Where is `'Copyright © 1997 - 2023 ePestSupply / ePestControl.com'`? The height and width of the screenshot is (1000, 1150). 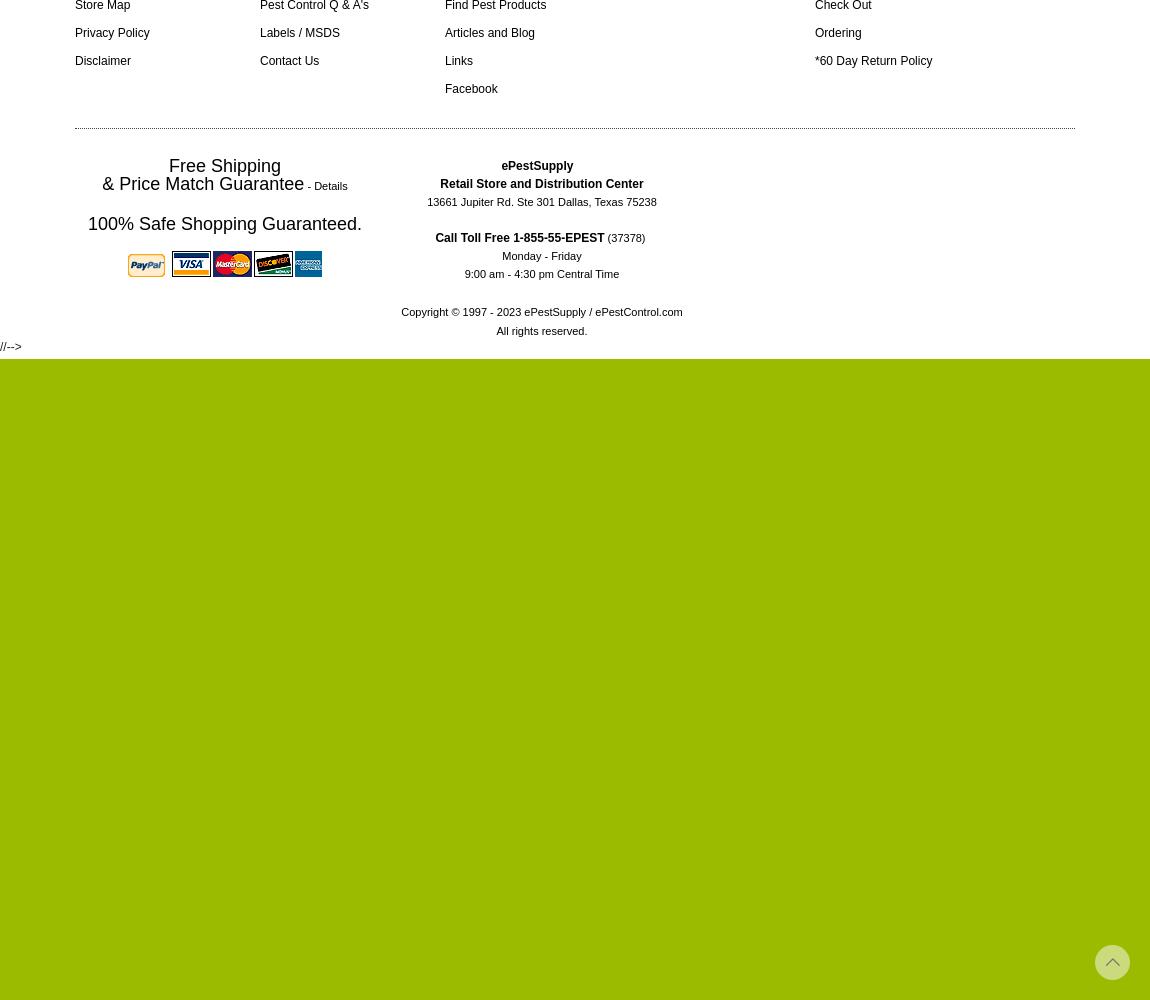 'Copyright © 1997 - 2023 ePestSupply / ePestControl.com' is located at coordinates (541, 312).